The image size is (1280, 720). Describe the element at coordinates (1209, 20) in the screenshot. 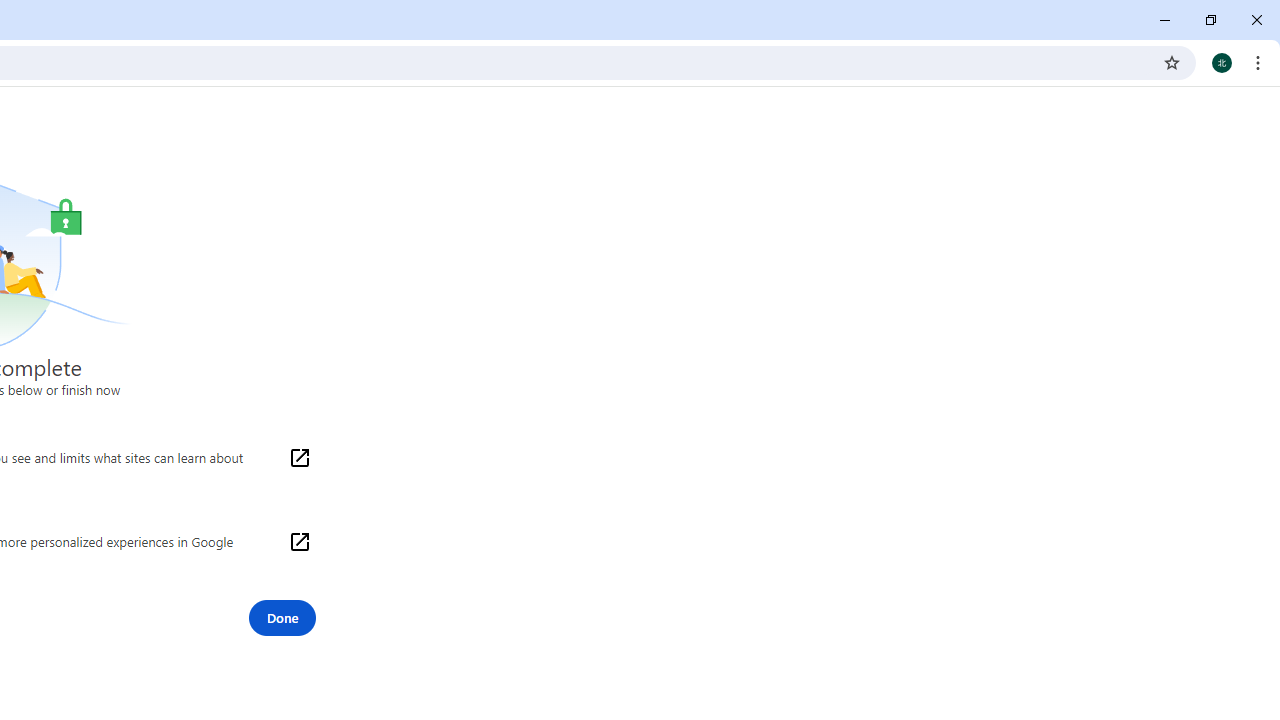

I see `'Restore'` at that location.